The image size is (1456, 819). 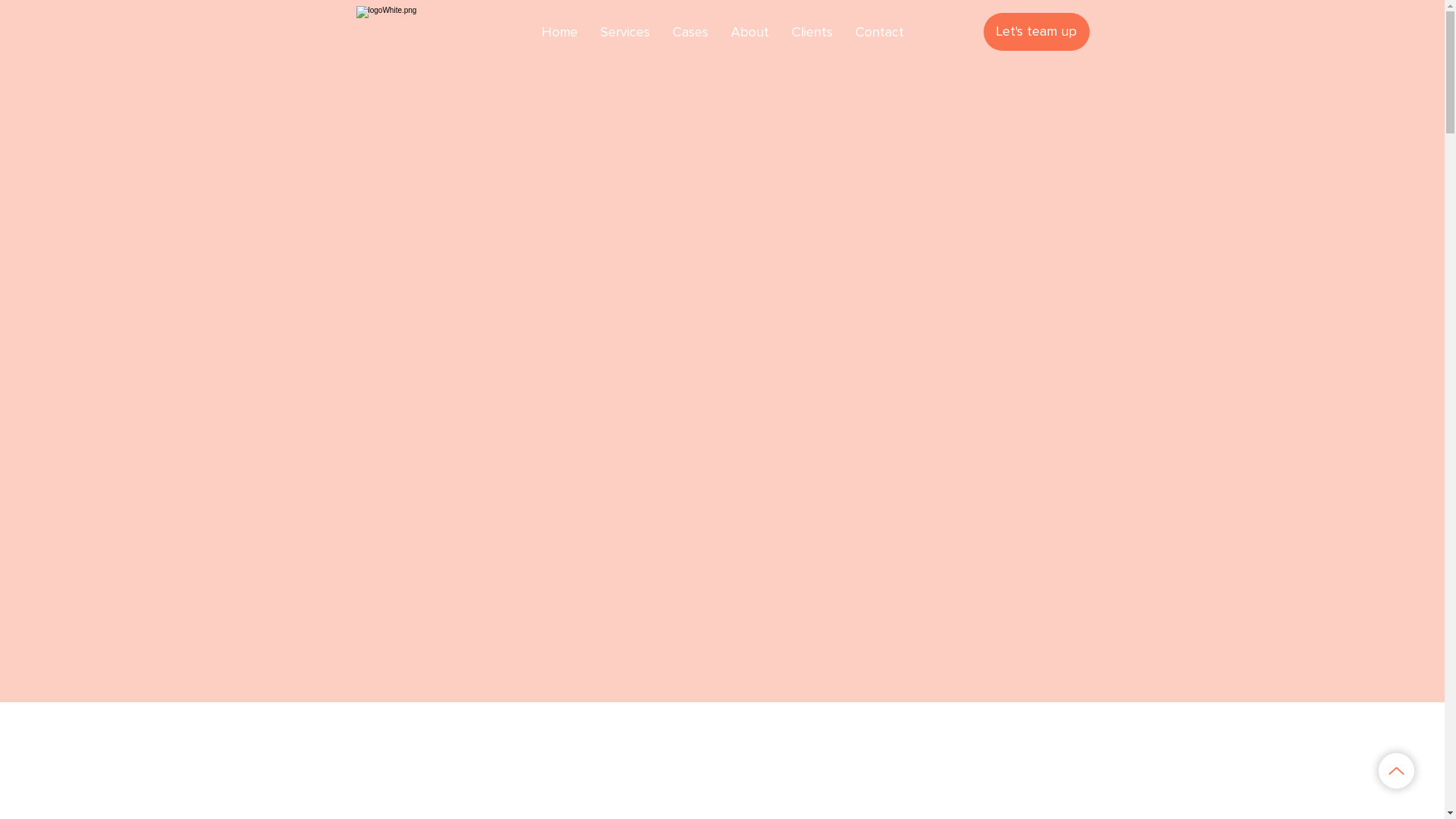 I want to click on 'About', so click(x=749, y=32).